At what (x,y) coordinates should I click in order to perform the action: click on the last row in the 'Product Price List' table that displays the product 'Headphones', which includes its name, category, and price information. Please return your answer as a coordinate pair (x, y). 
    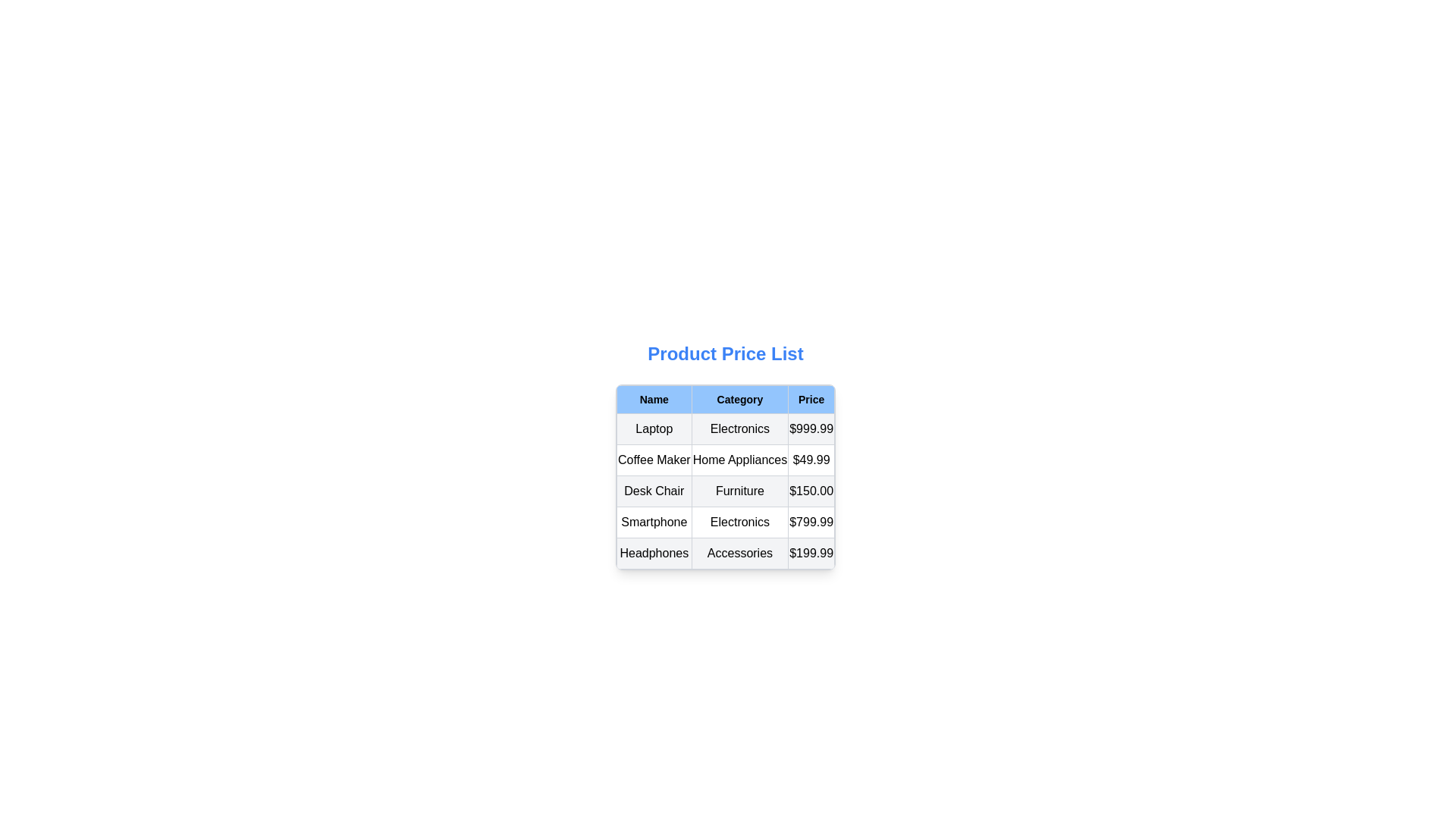
    Looking at the image, I should click on (724, 553).